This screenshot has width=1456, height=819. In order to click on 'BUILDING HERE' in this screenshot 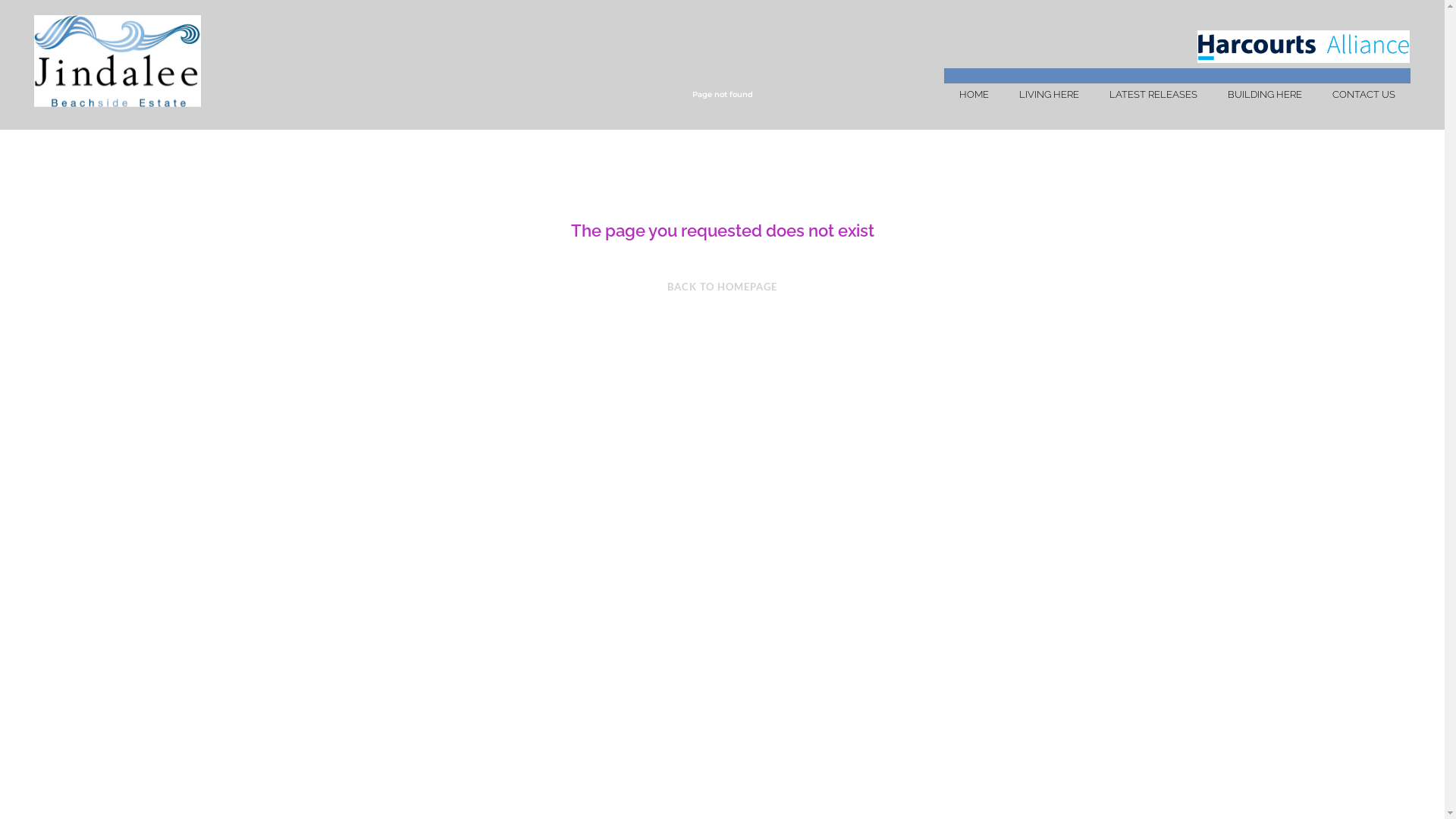, I will do `click(1211, 94)`.